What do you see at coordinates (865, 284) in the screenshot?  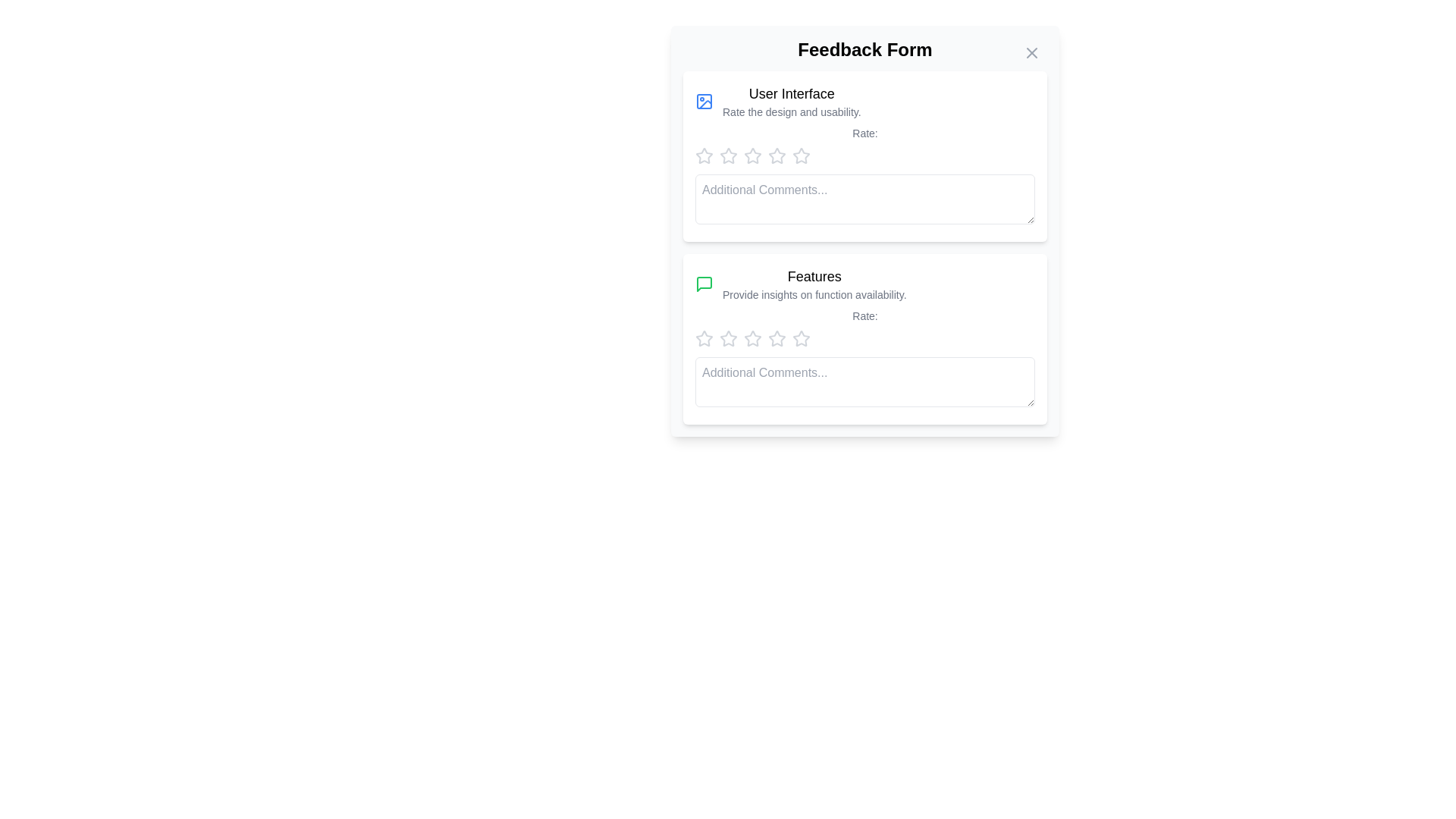 I see `the header icon in the feedback form's second section` at bounding box center [865, 284].